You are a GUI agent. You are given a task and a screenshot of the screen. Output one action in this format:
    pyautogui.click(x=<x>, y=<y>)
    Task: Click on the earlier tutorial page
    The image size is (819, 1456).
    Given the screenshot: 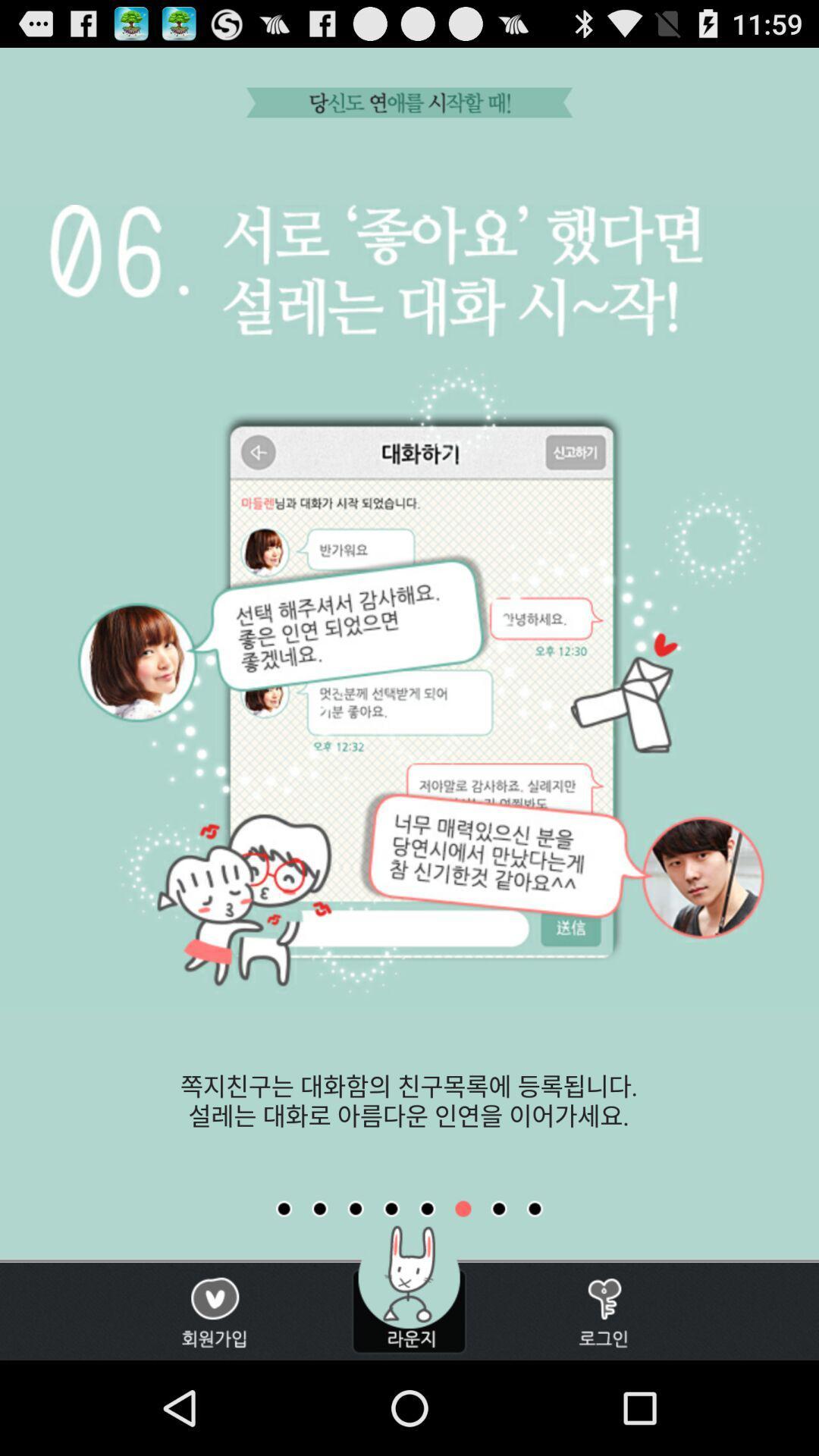 What is the action you would take?
    pyautogui.click(x=356, y=1208)
    